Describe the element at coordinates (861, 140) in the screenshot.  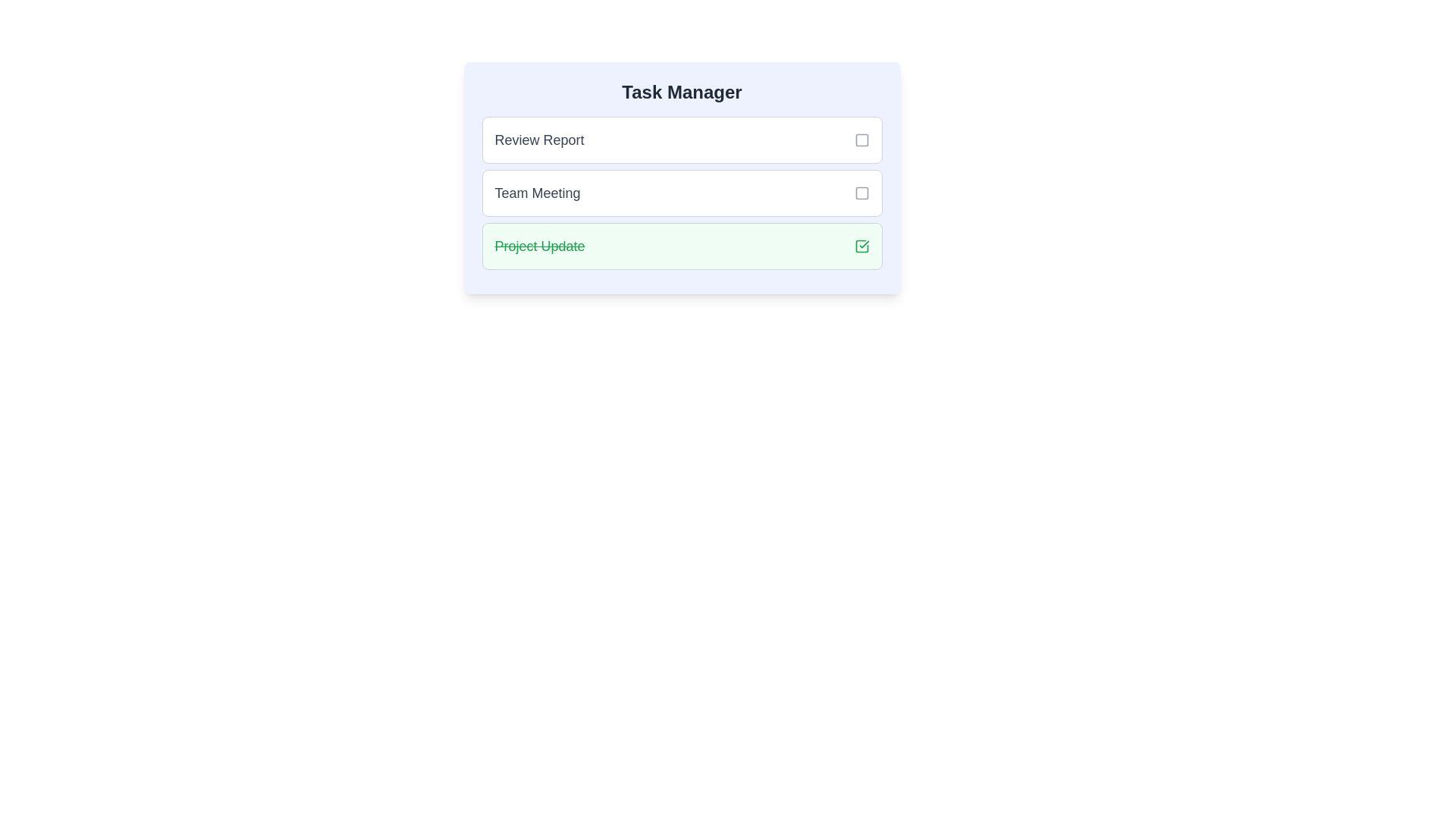
I see `the checkbox located at the far right of the 'Review Report' row` at that location.